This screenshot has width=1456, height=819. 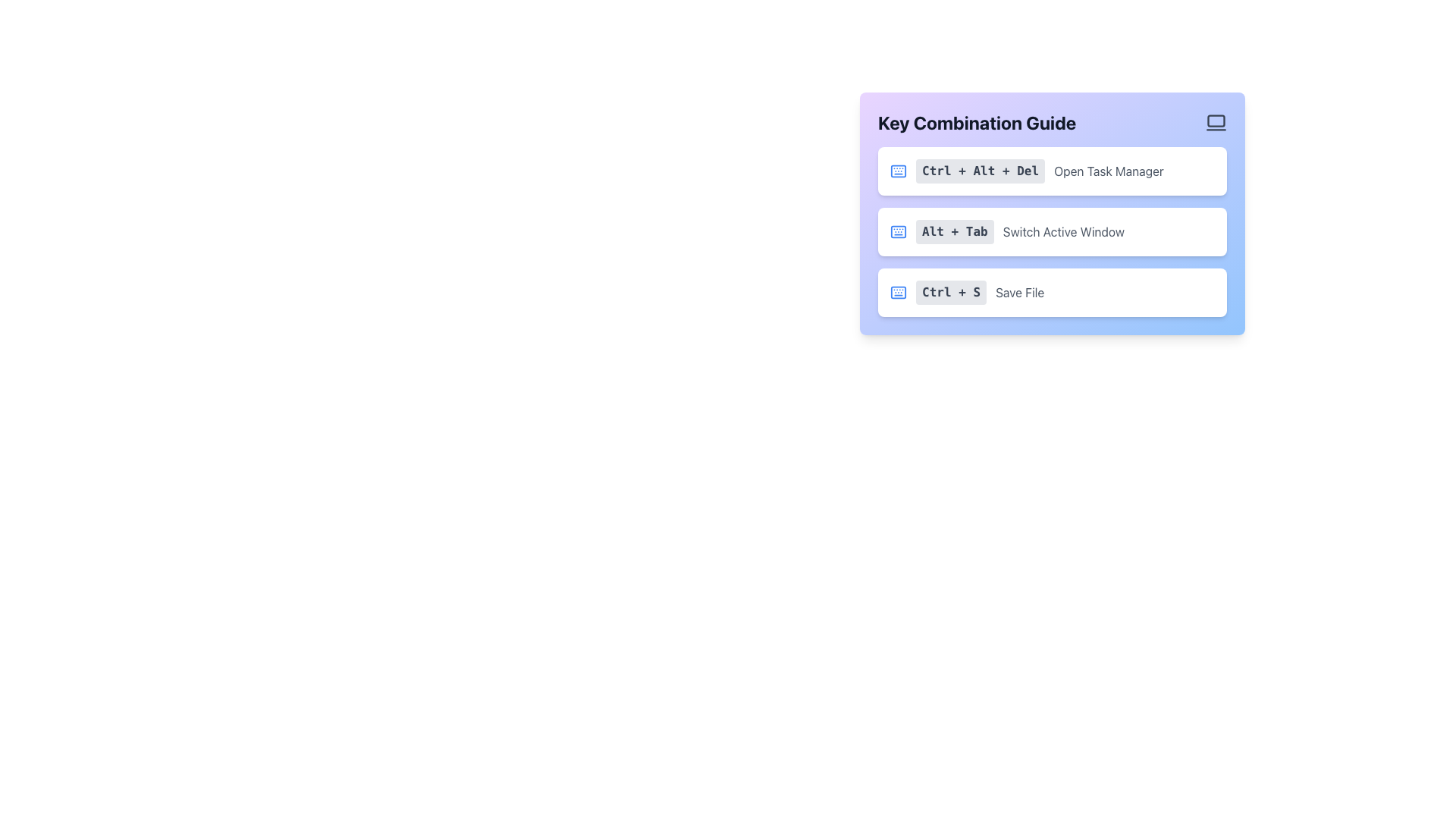 I want to click on the Informational card element that describes the shortcut 'Alt + Tab' and its functionality 'Switch Active Window', located as the second item in the vertical list of key combinations within the 'Key Combination Guide', so click(x=1051, y=231).